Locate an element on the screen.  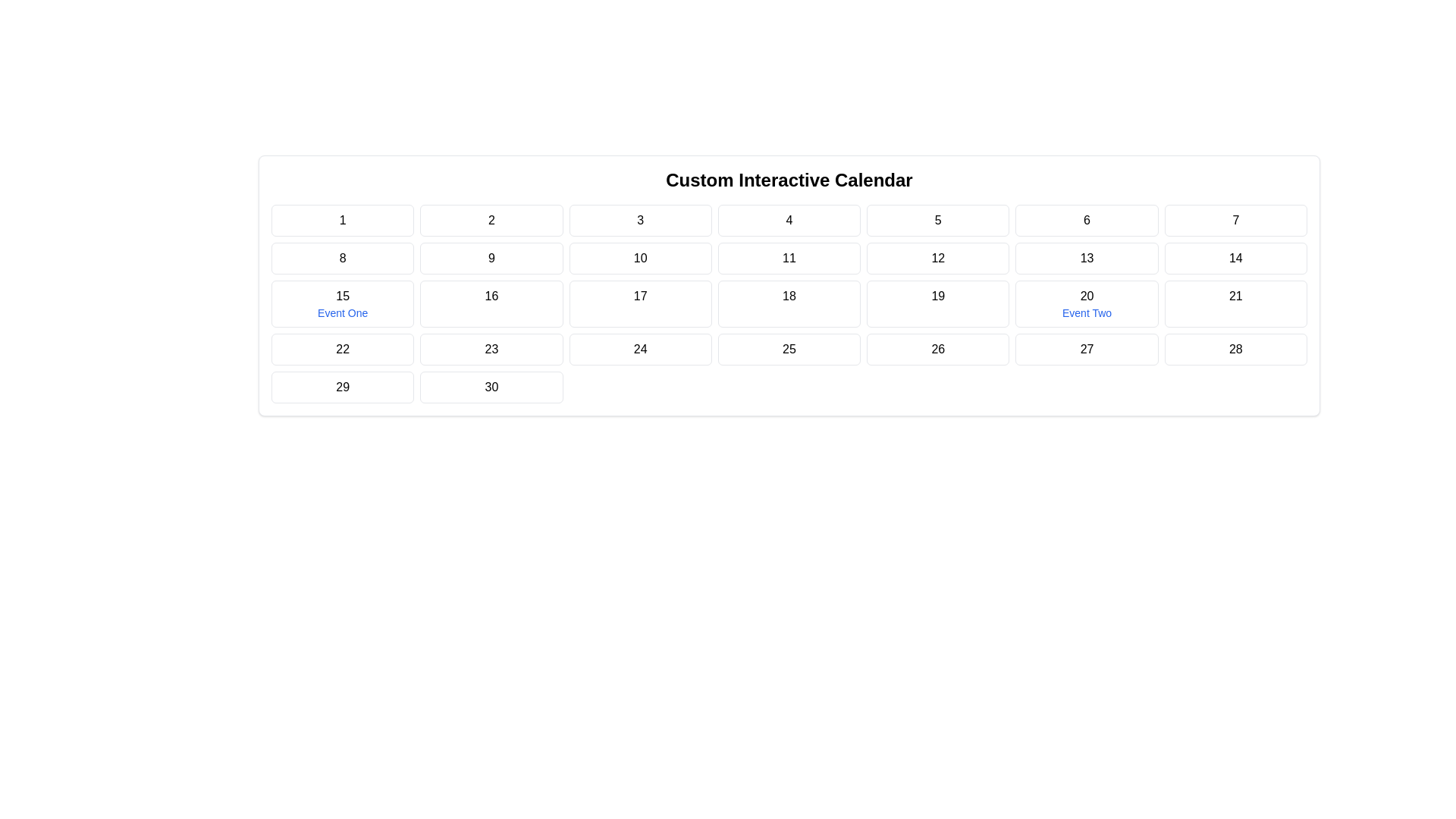
the label displaying the number '4' in bold text, which is located in the first row and fourth column of a calendar grid layout is located at coordinates (789, 220).